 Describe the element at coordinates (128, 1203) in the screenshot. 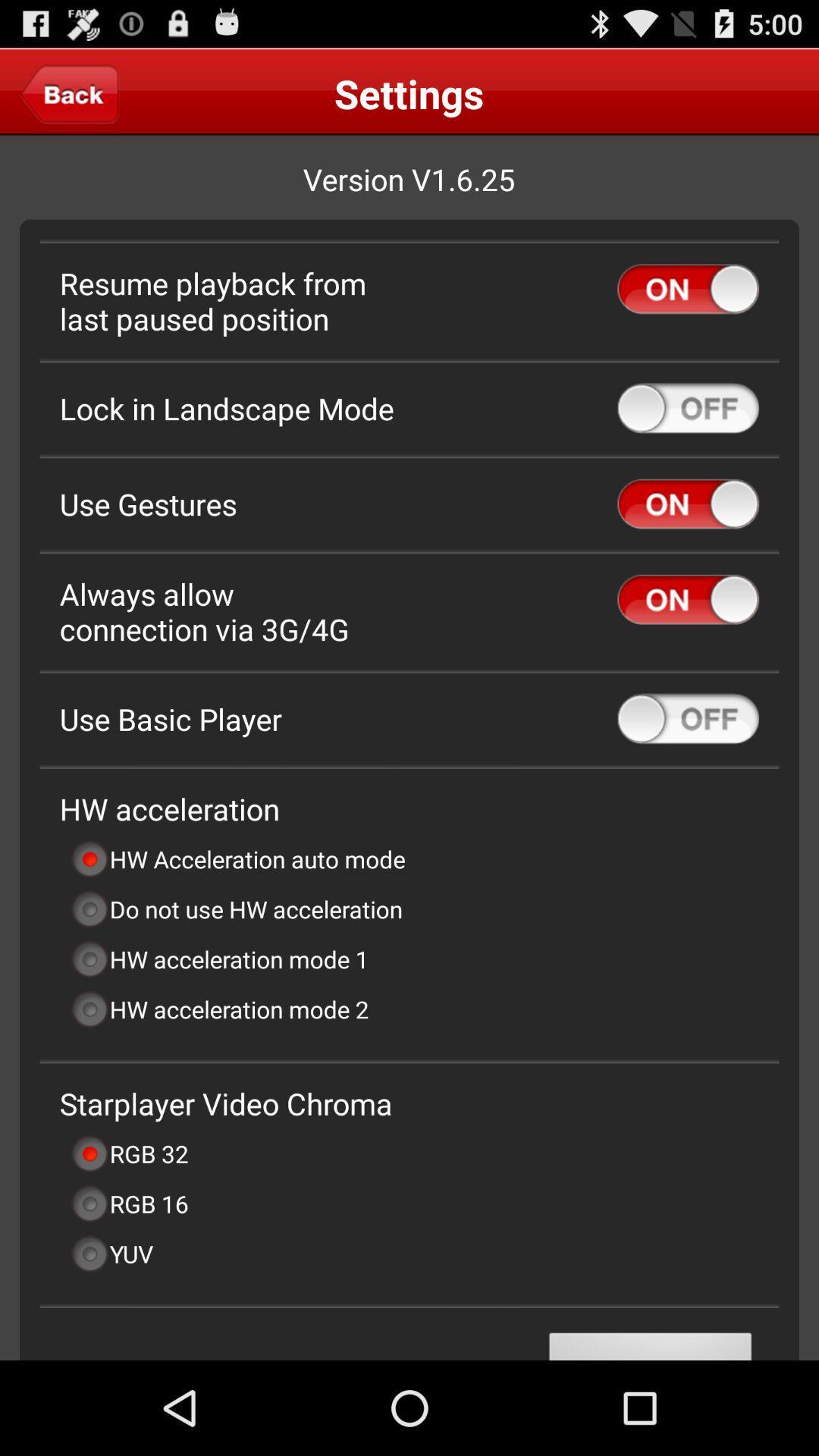

I see `the rgb 16` at that location.